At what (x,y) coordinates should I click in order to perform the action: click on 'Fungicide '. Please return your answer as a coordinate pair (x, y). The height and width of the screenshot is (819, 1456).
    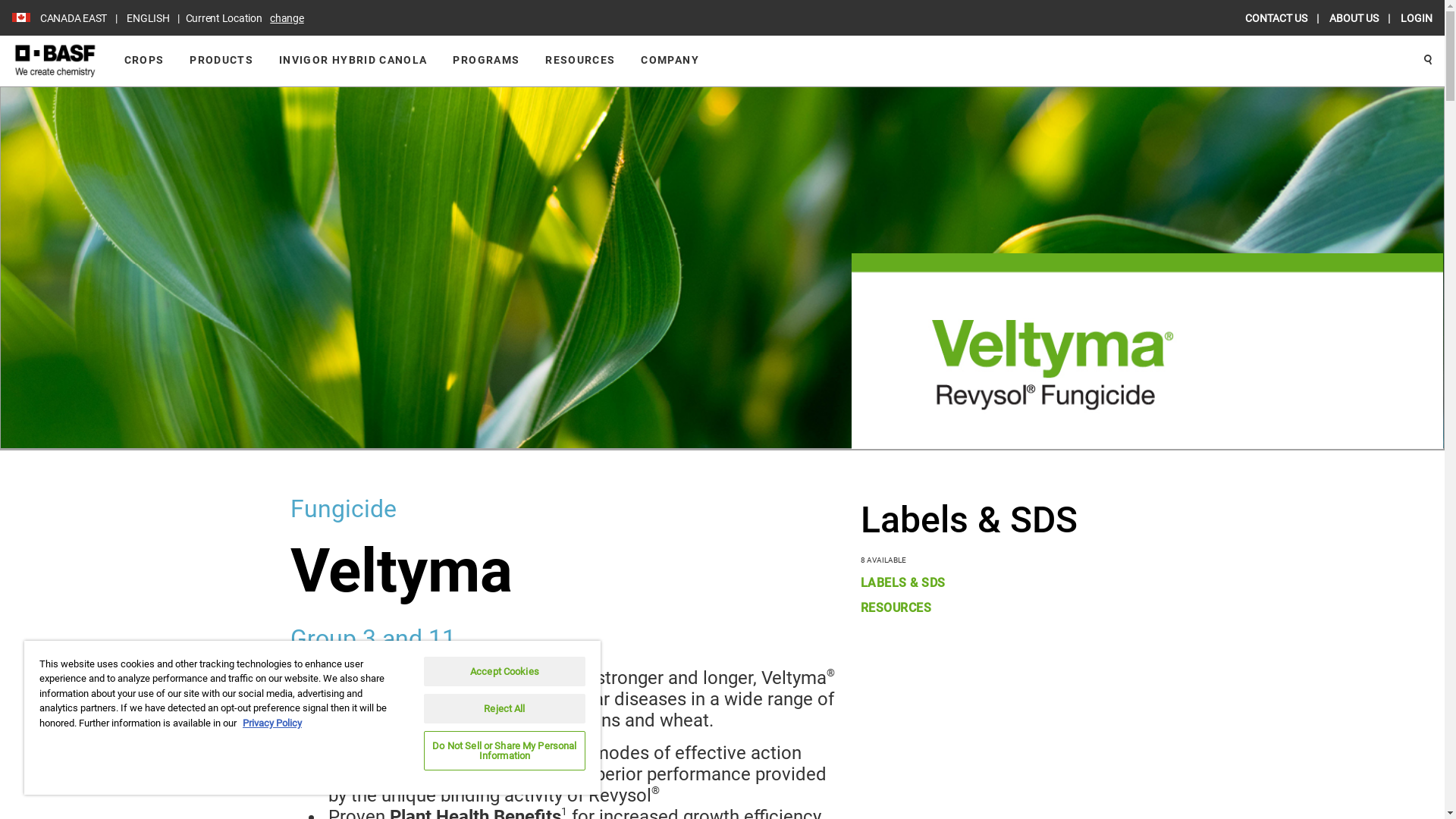
    Looking at the image, I should click on (290, 509).